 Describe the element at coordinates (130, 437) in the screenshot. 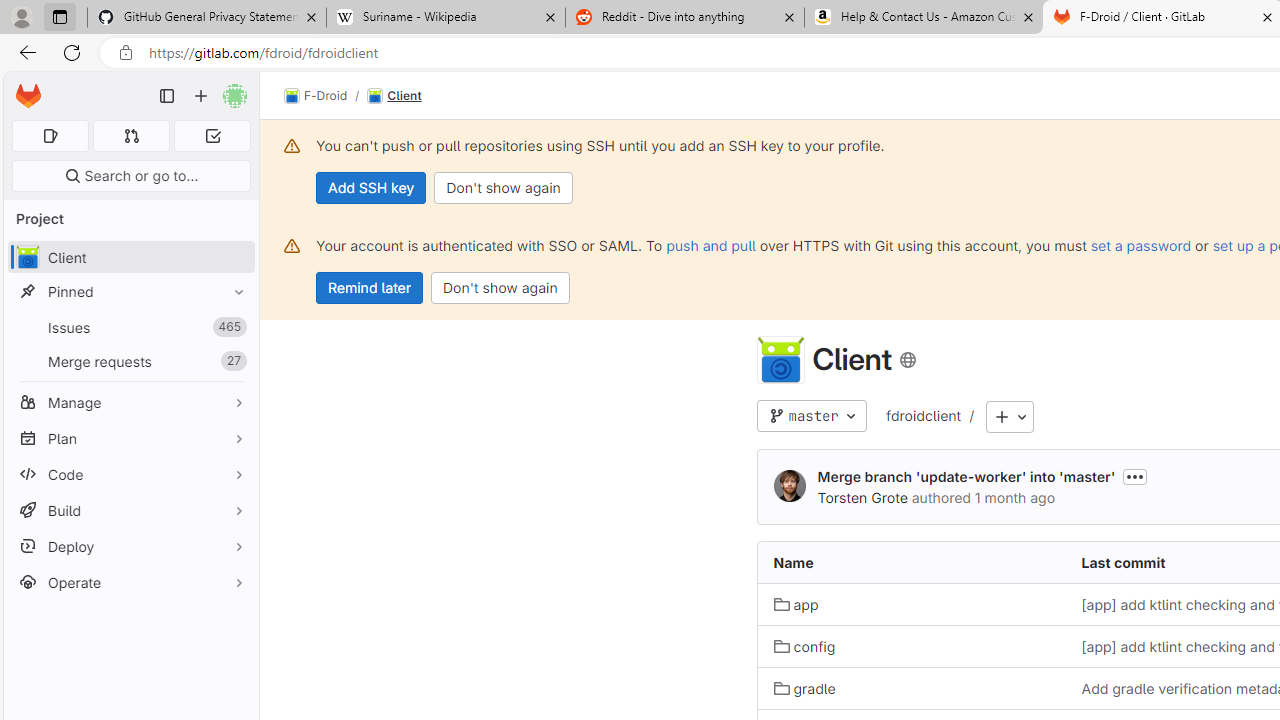

I see `'Plan'` at that location.